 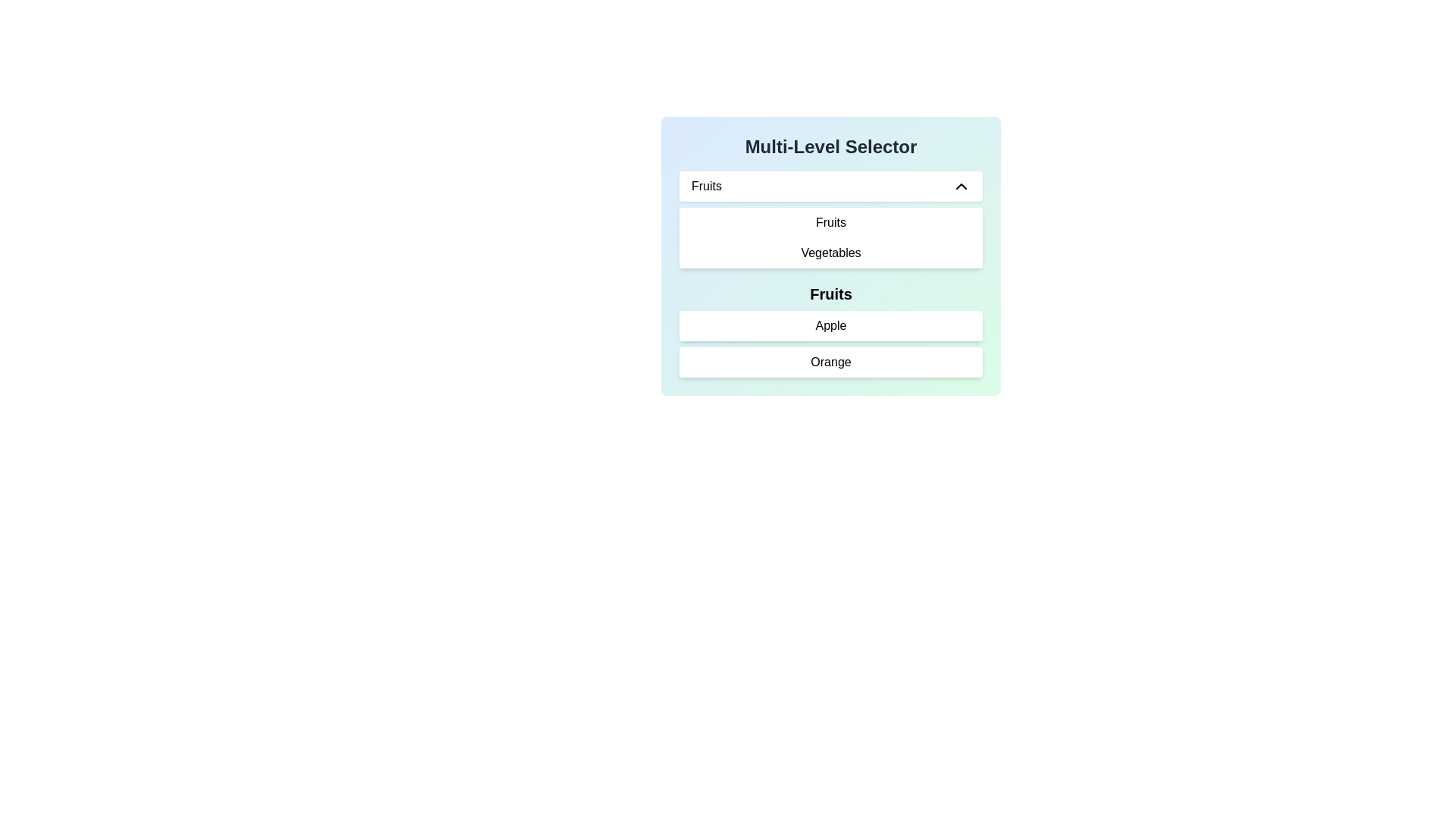 What do you see at coordinates (830, 222) in the screenshot?
I see `the 'Fruits' menu option, which is the first item in a dropdown list` at bounding box center [830, 222].